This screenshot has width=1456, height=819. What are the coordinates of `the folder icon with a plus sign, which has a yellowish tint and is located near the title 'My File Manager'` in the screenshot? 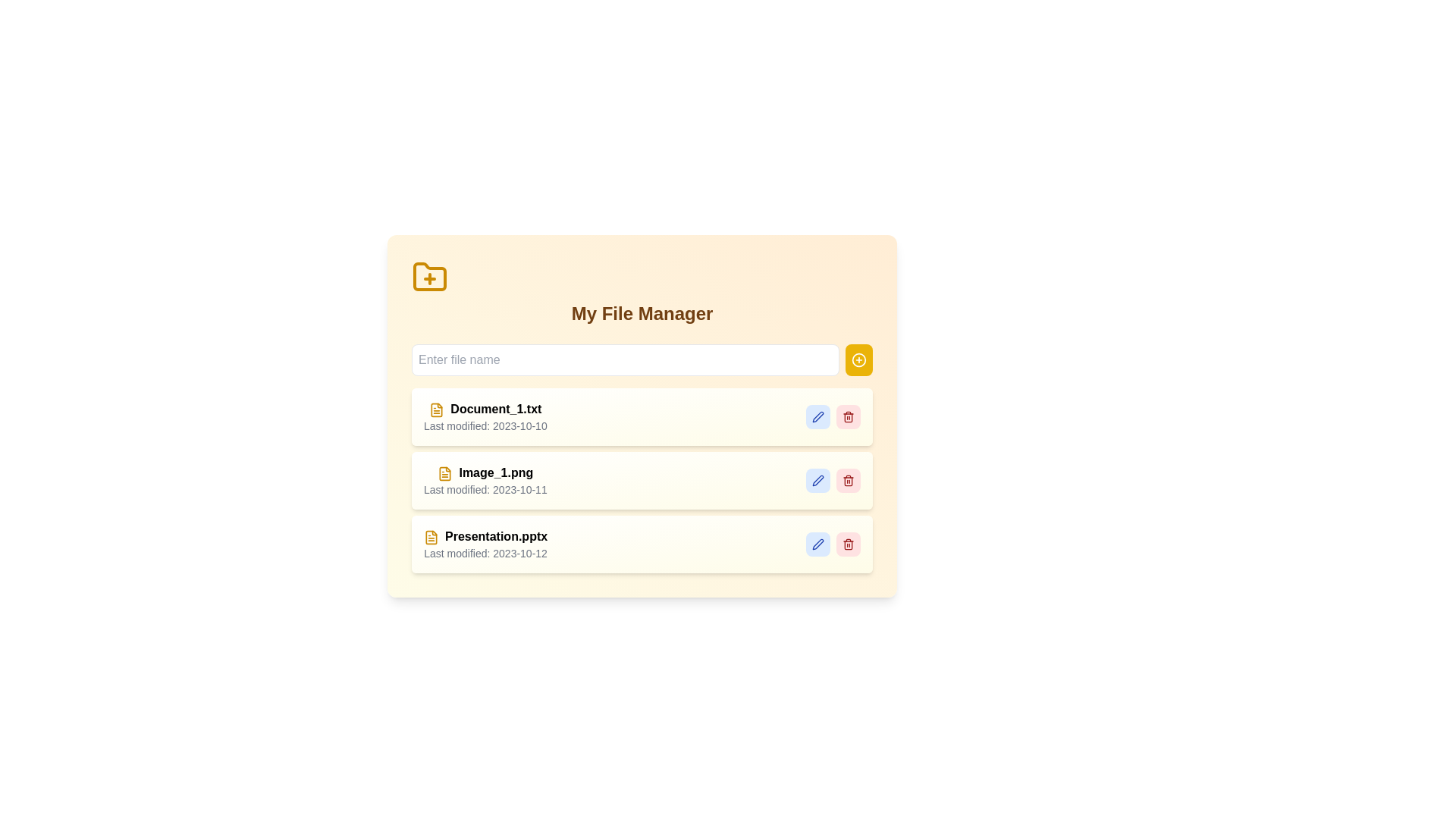 It's located at (428, 277).